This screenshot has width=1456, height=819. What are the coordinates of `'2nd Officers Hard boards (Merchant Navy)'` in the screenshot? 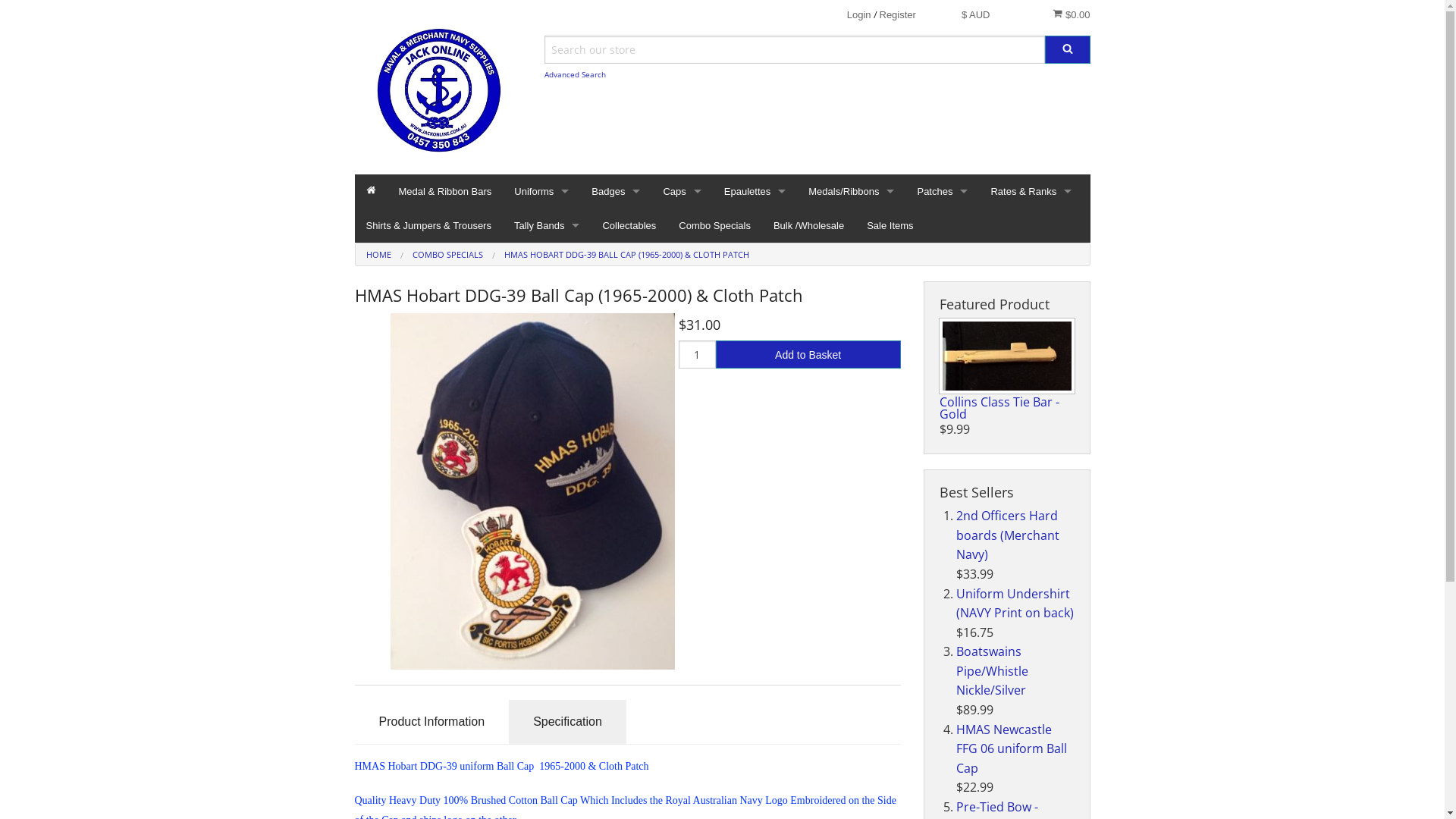 It's located at (1008, 534).